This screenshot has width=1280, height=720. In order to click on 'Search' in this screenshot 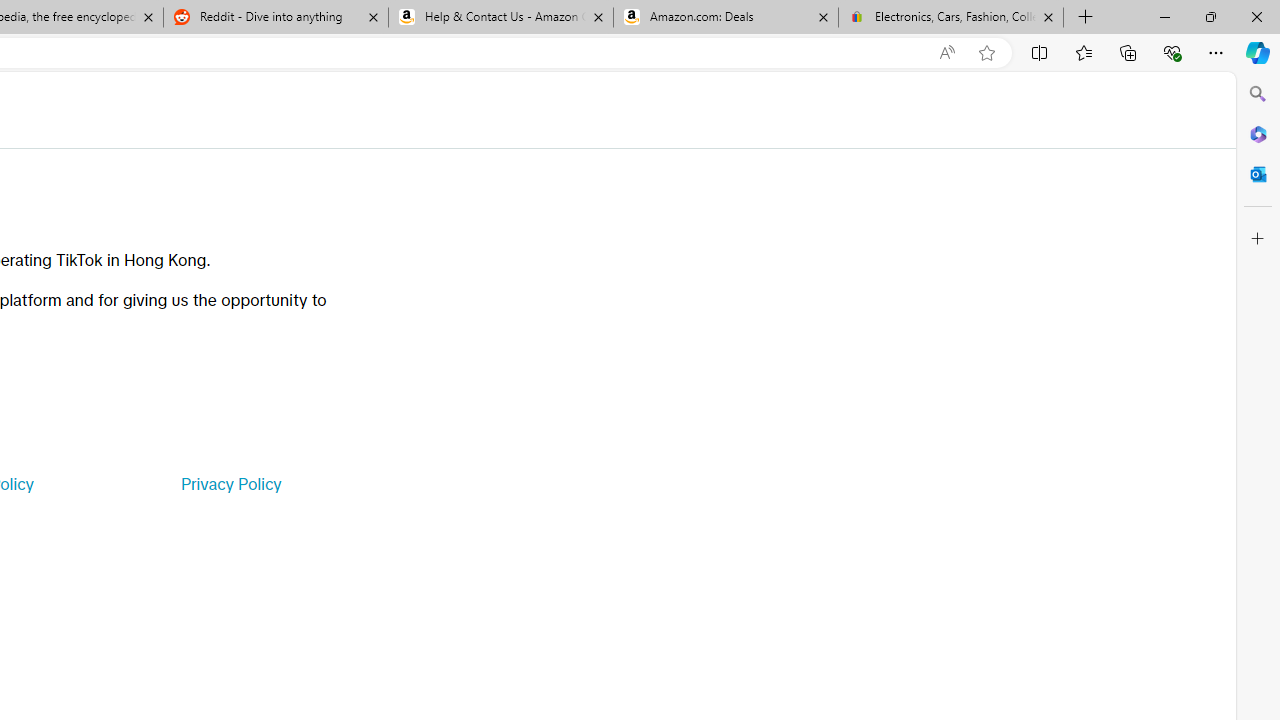, I will do `click(1257, 94)`.